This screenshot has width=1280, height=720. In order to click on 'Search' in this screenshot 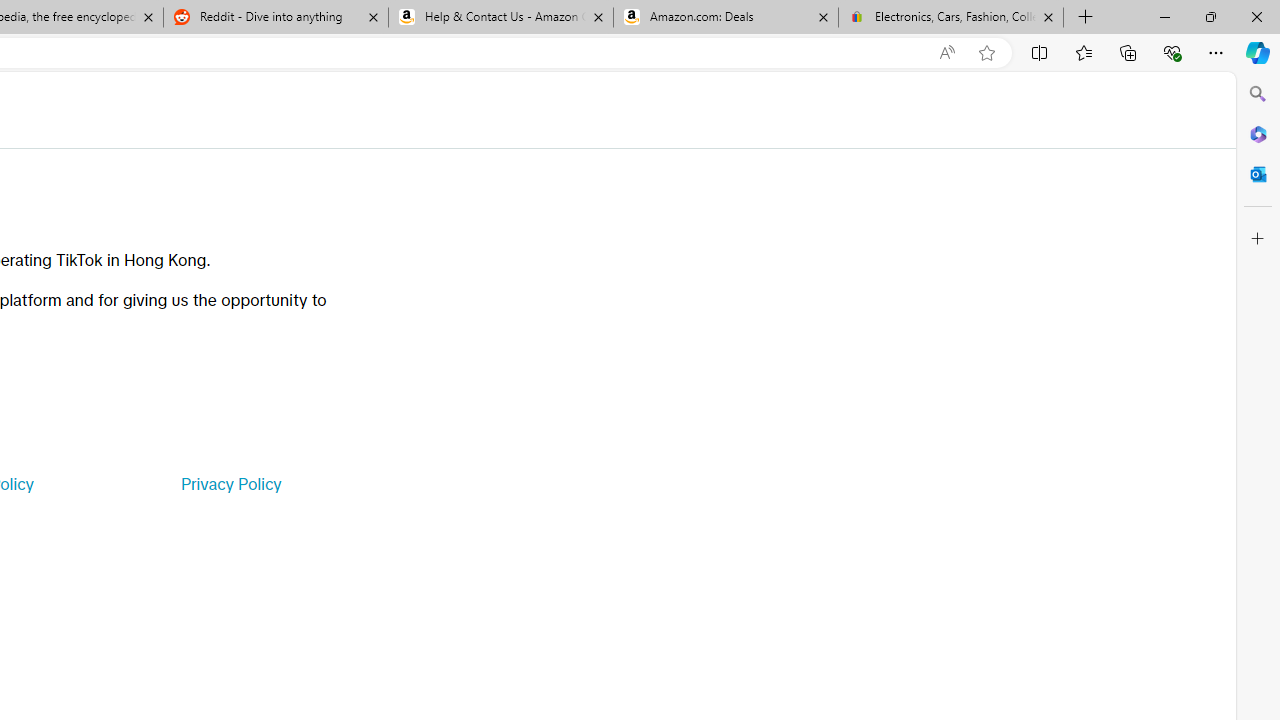, I will do `click(1257, 94)`.